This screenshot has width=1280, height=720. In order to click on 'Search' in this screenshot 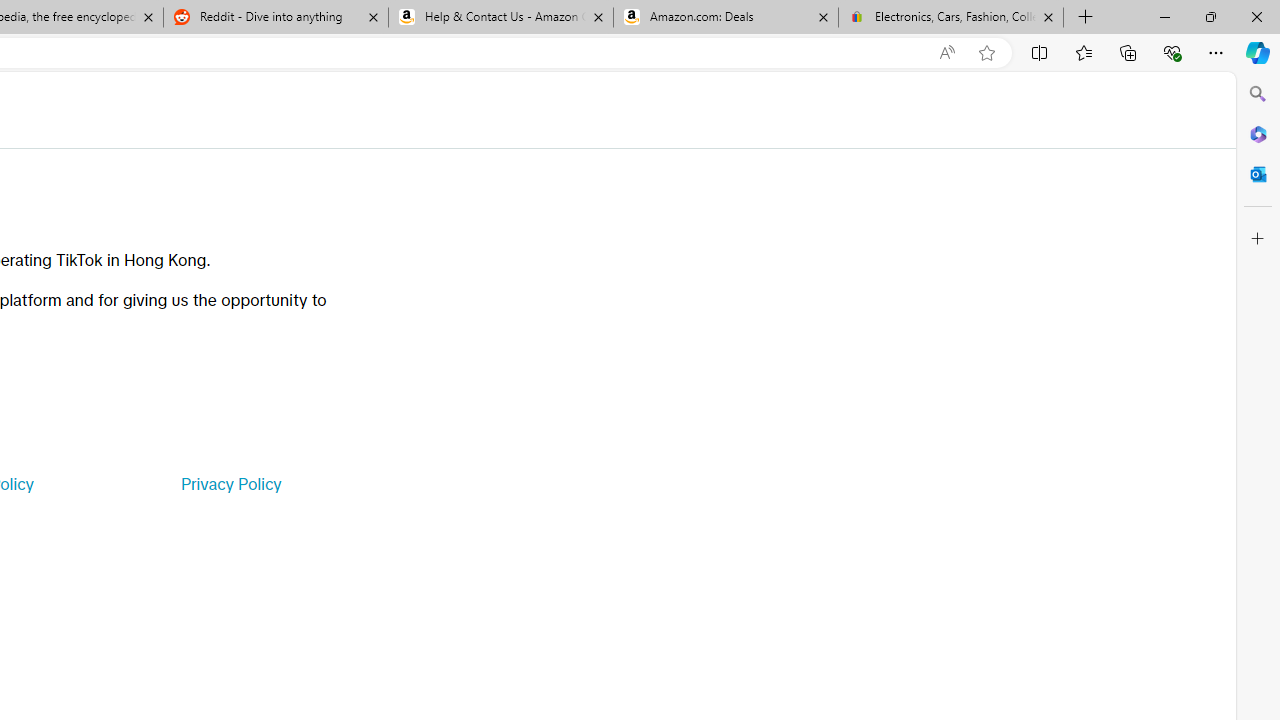, I will do `click(1257, 94)`.